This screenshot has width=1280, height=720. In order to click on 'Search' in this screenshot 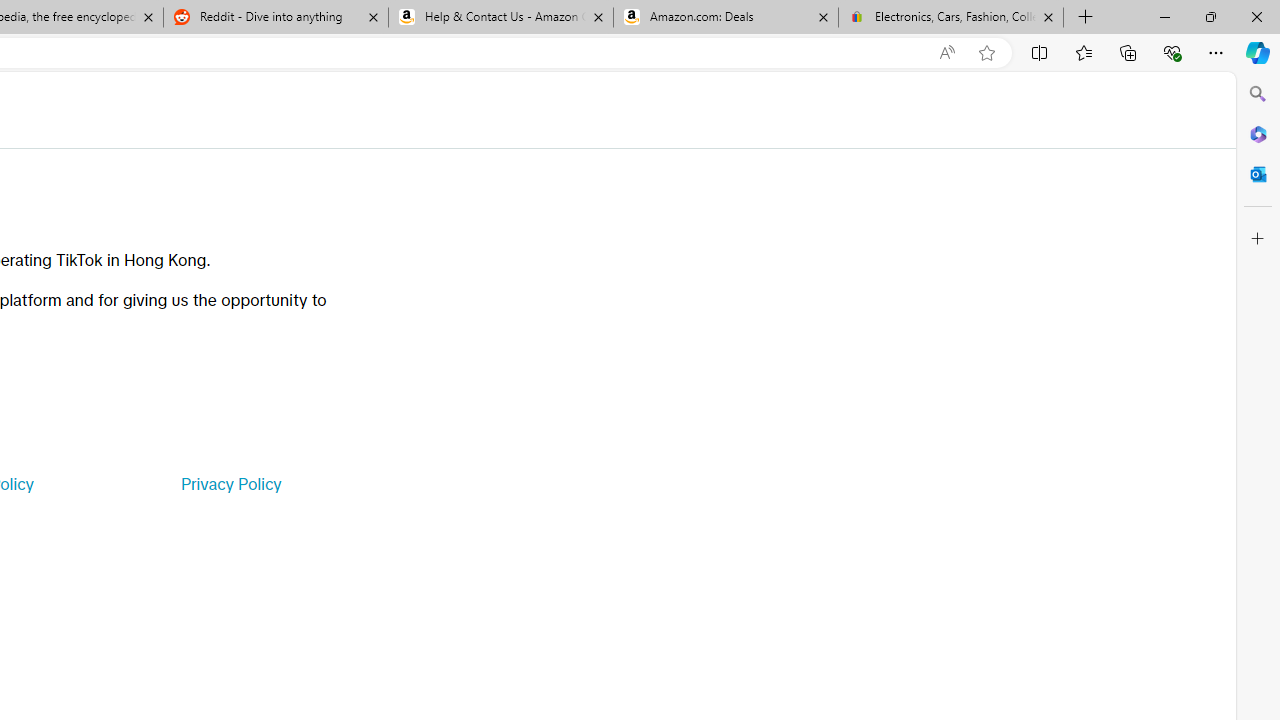, I will do `click(1257, 94)`.